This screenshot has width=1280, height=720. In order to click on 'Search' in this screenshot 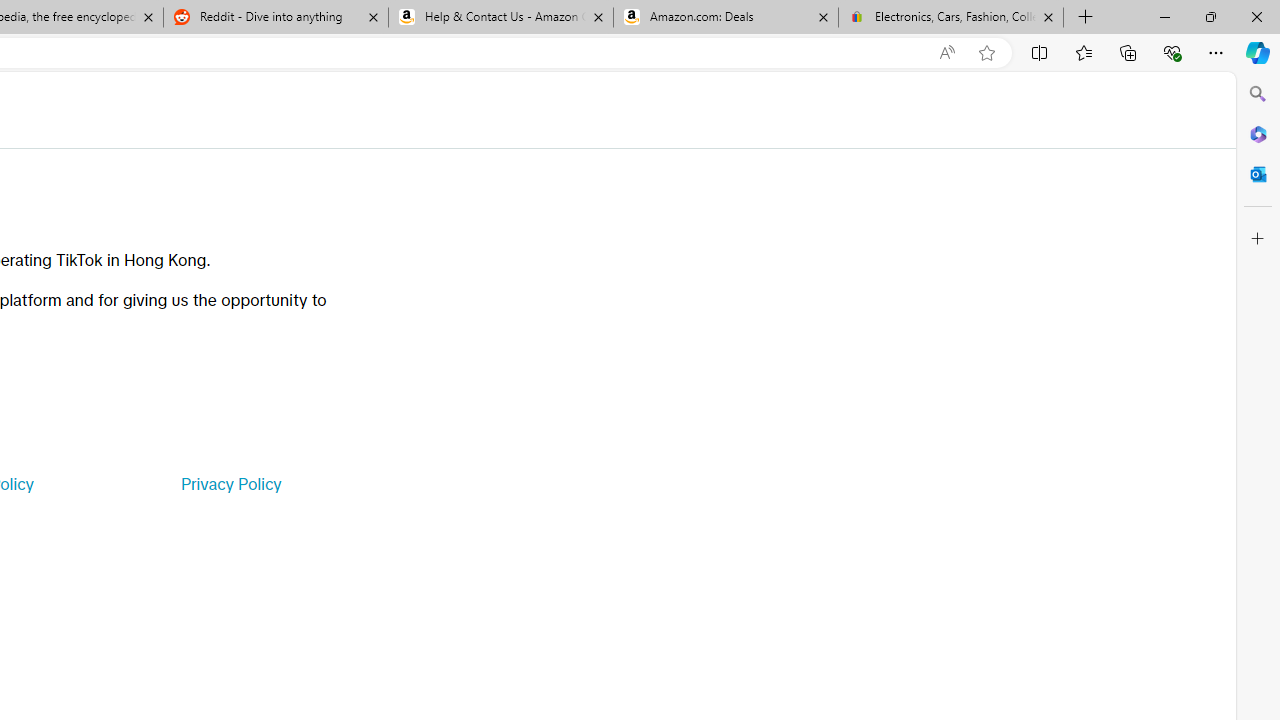, I will do `click(1257, 94)`.